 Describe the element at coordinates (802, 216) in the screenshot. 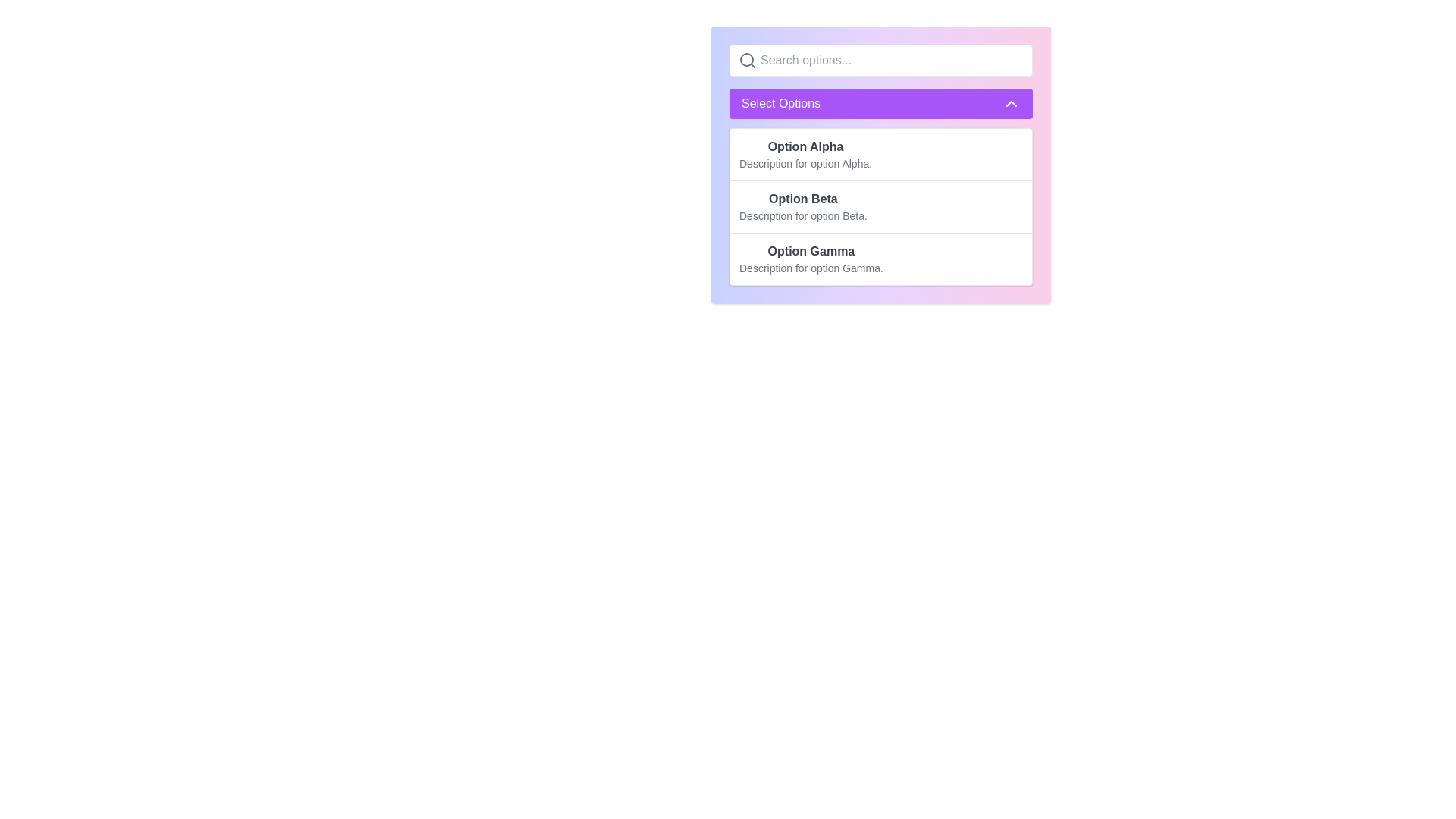

I see `text content of the descriptive label located directly below 'Option Beta' in the dropdown panel` at that location.